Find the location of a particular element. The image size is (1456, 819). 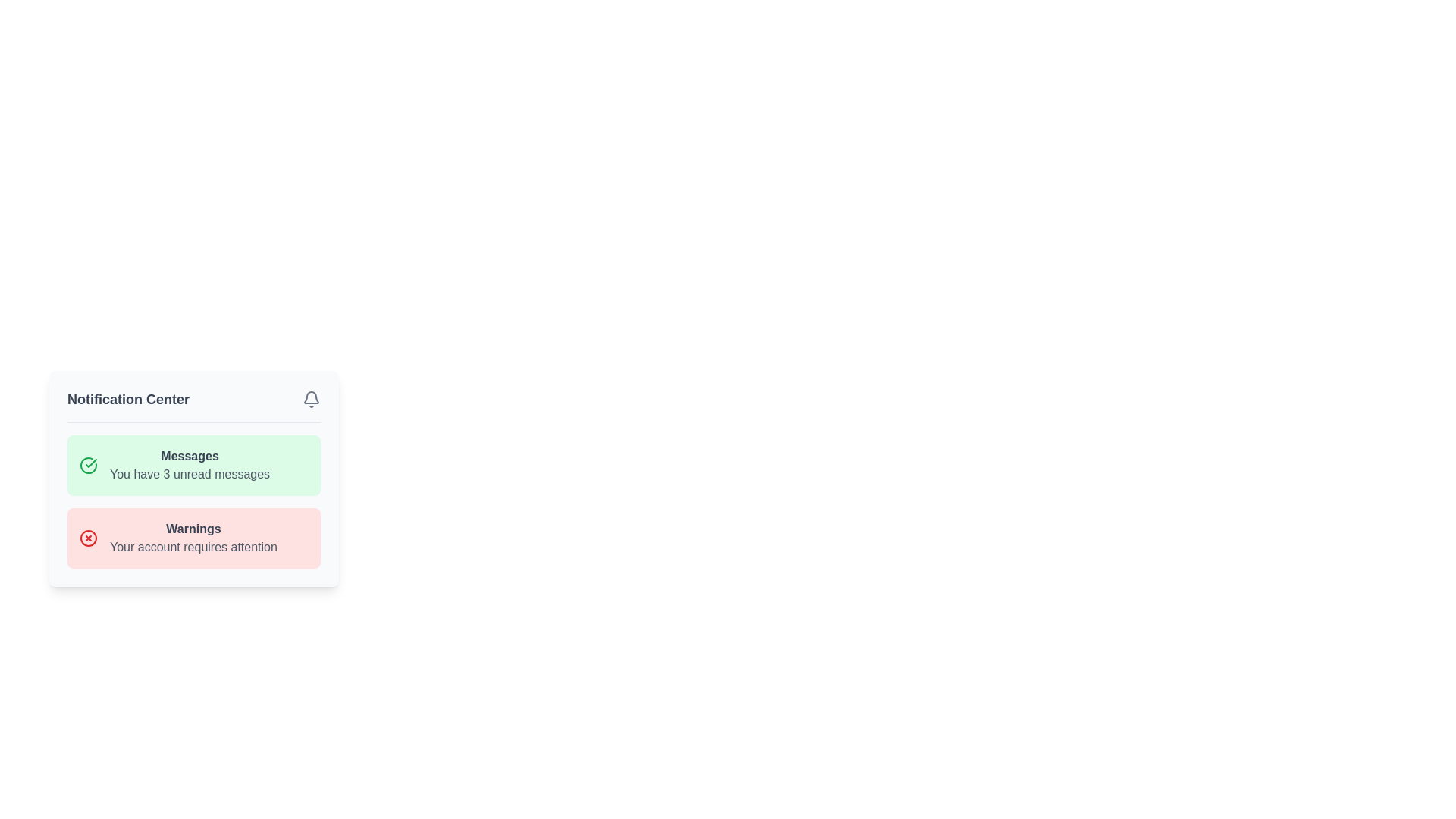

the positive status indicator icon located beside the 'Messages - You have 3 unread messages' text is located at coordinates (87, 464).